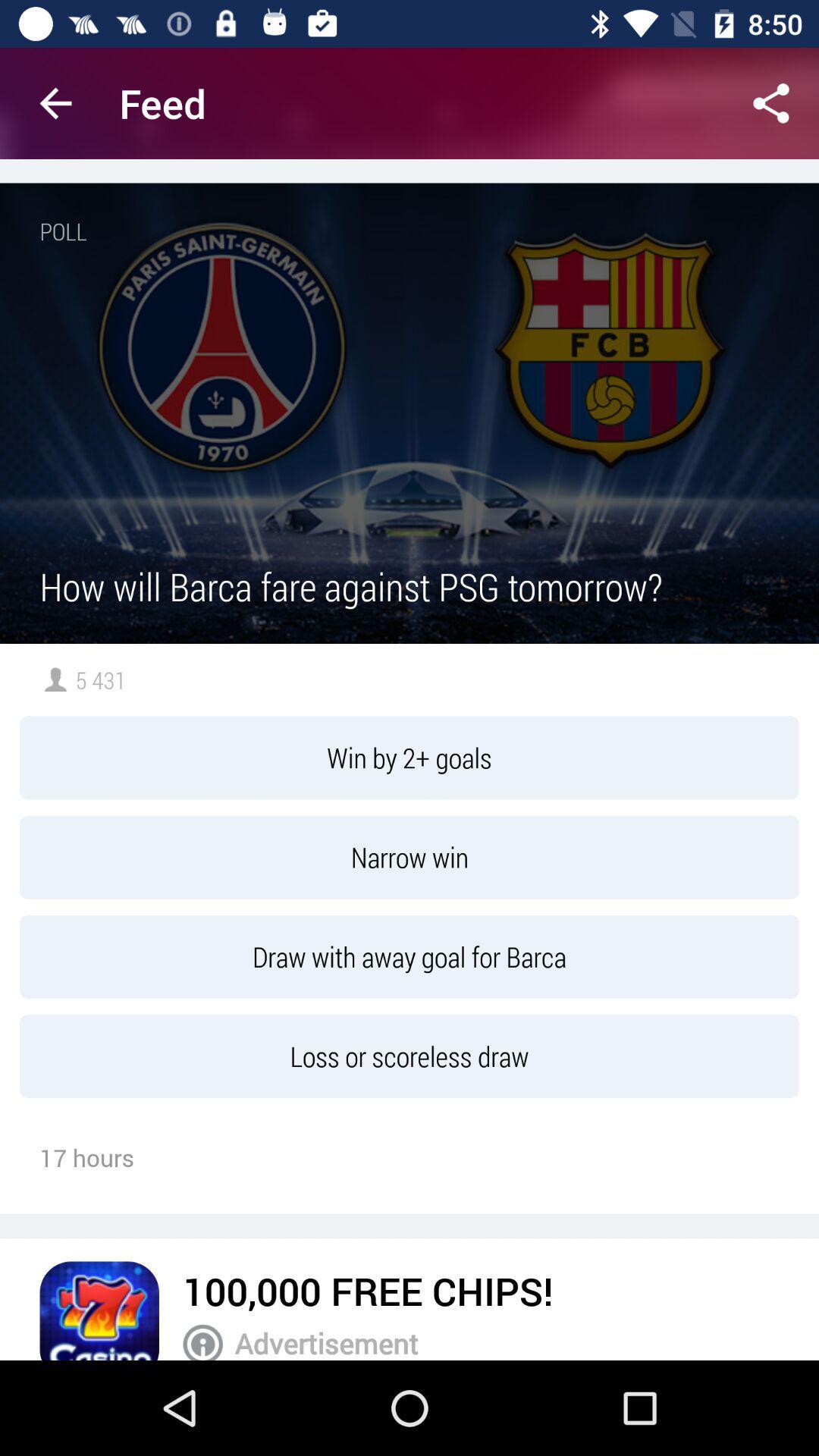 This screenshot has height=1456, width=819. What do you see at coordinates (409, 758) in the screenshot?
I see `the item below the 5 431` at bounding box center [409, 758].